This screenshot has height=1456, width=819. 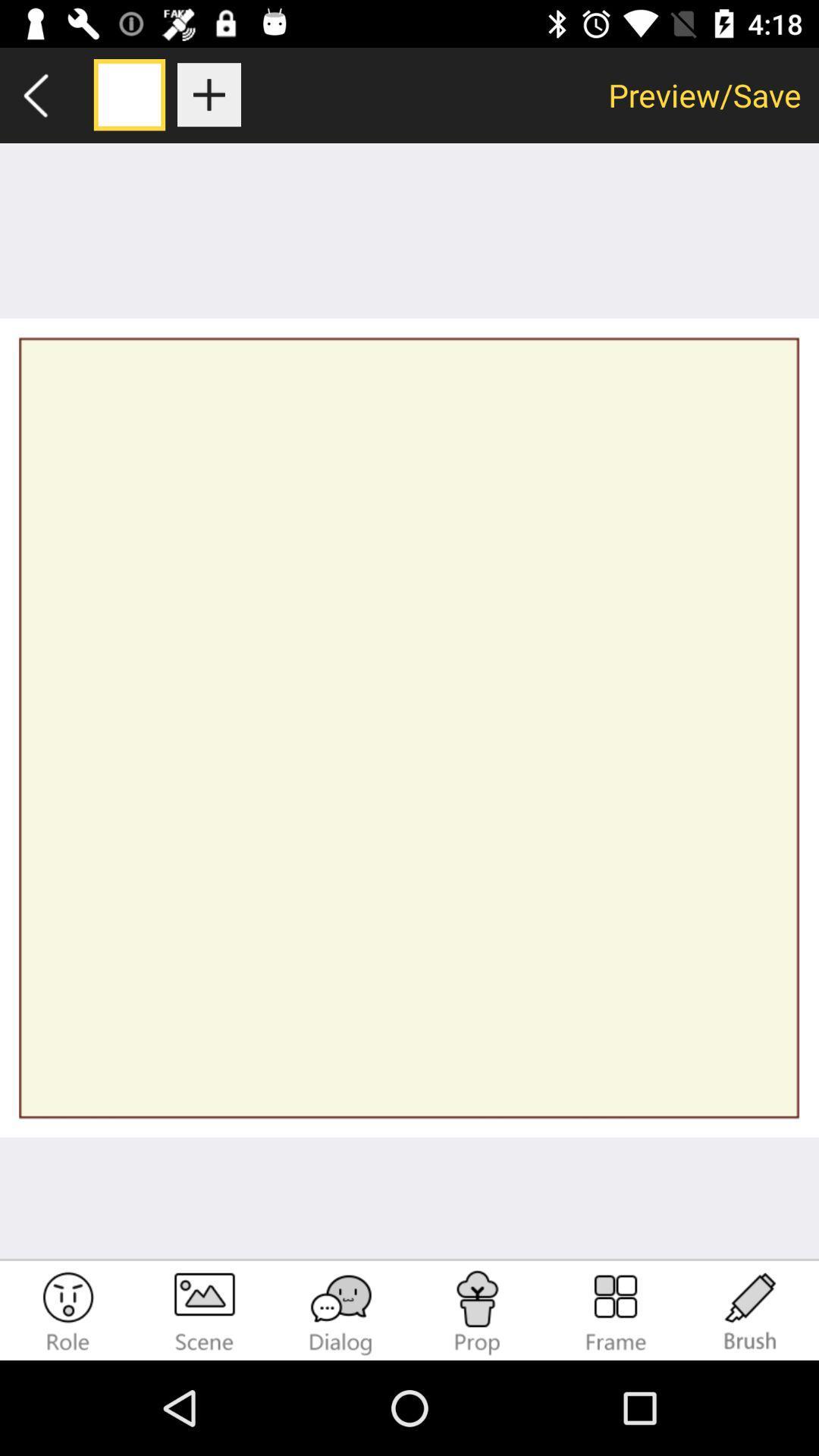 What do you see at coordinates (67, 1312) in the screenshot?
I see `the emoji icon` at bounding box center [67, 1312].